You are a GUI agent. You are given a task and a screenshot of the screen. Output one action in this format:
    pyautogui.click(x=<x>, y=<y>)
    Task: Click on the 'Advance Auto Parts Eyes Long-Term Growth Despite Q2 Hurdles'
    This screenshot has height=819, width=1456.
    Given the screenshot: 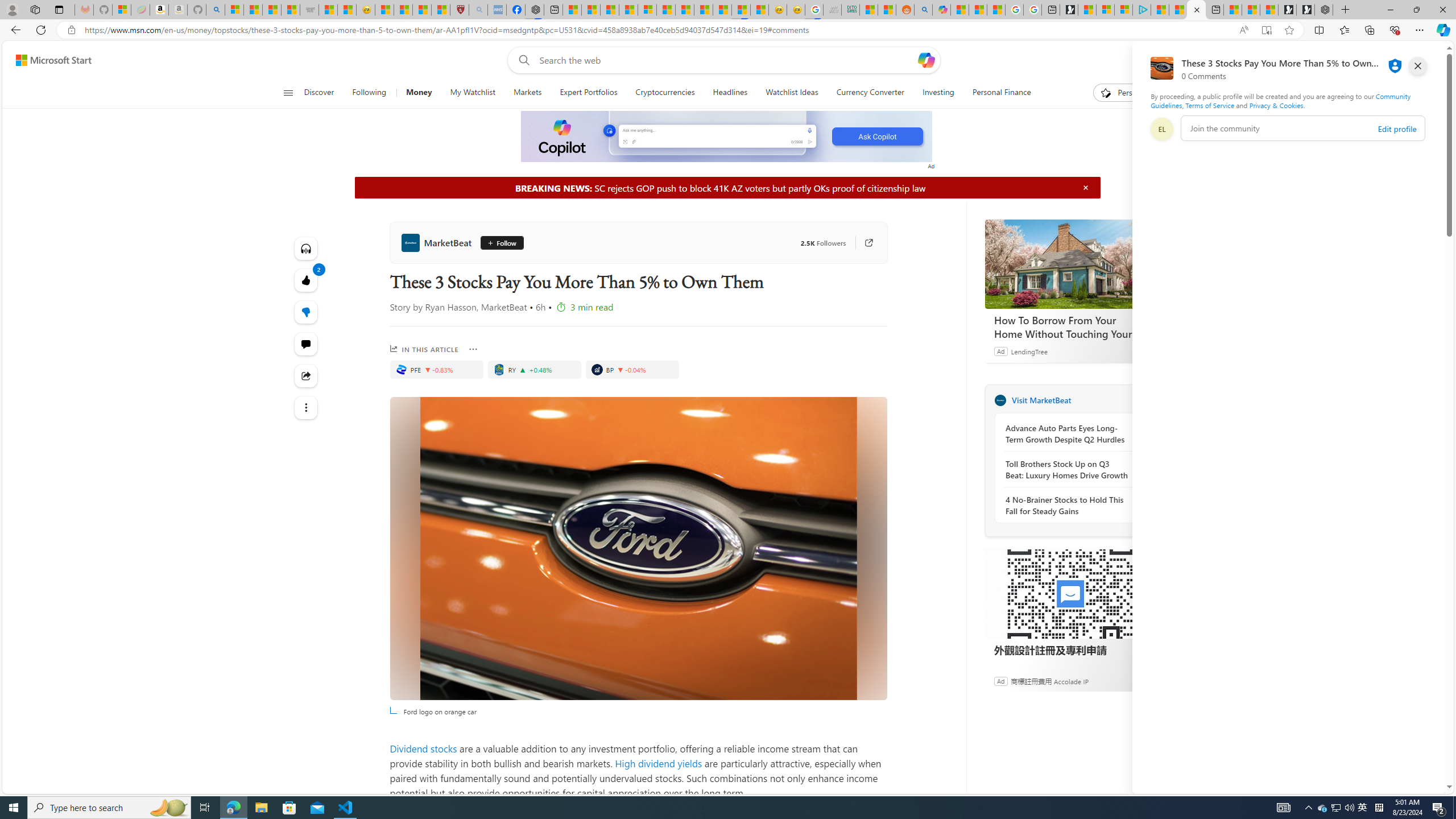 What is the action you would take?
    pyautogui.click(x=1066, y=433)
    